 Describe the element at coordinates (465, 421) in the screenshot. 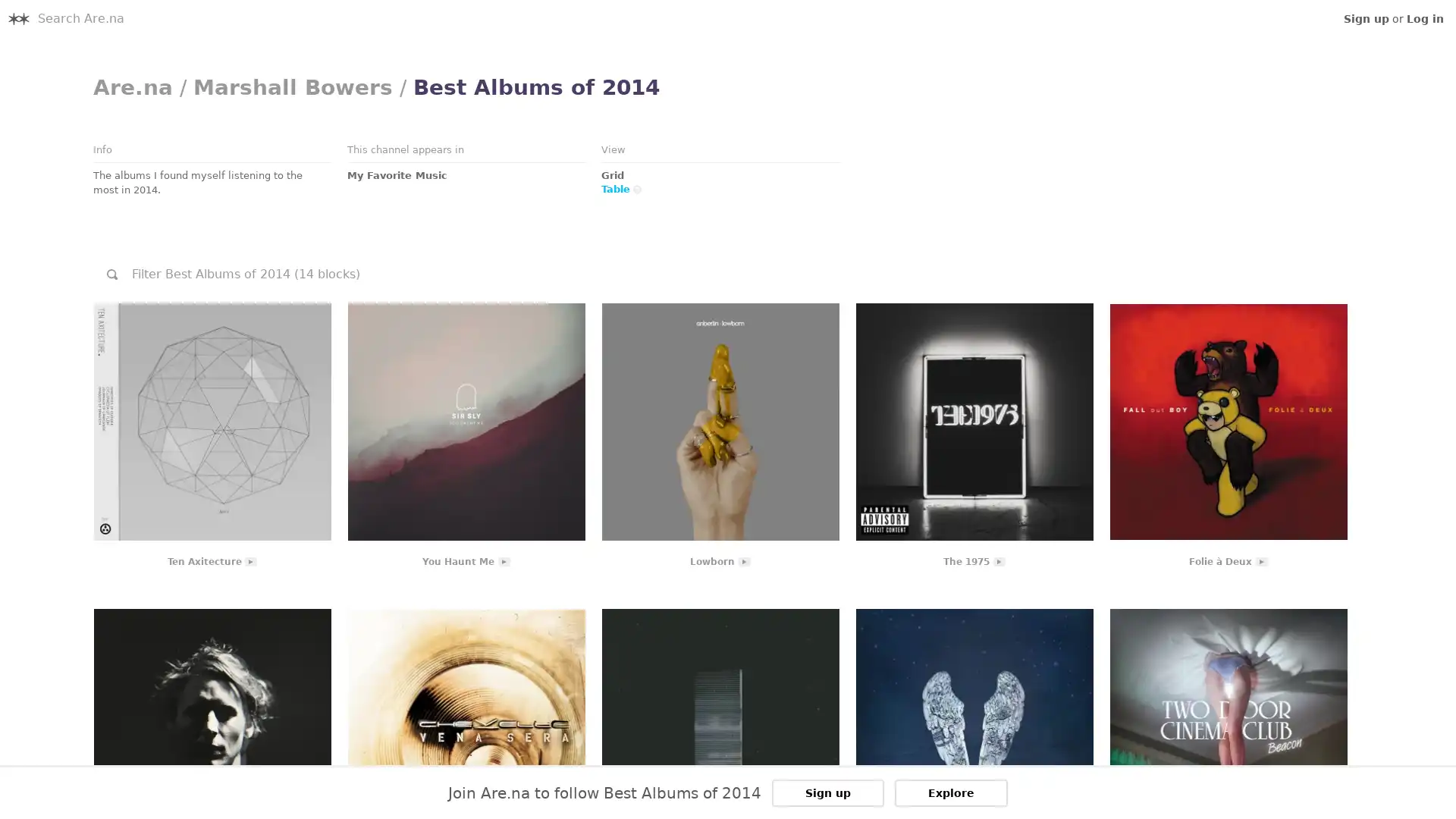

I see `Link to Embed: You Haunt Me` at that location.